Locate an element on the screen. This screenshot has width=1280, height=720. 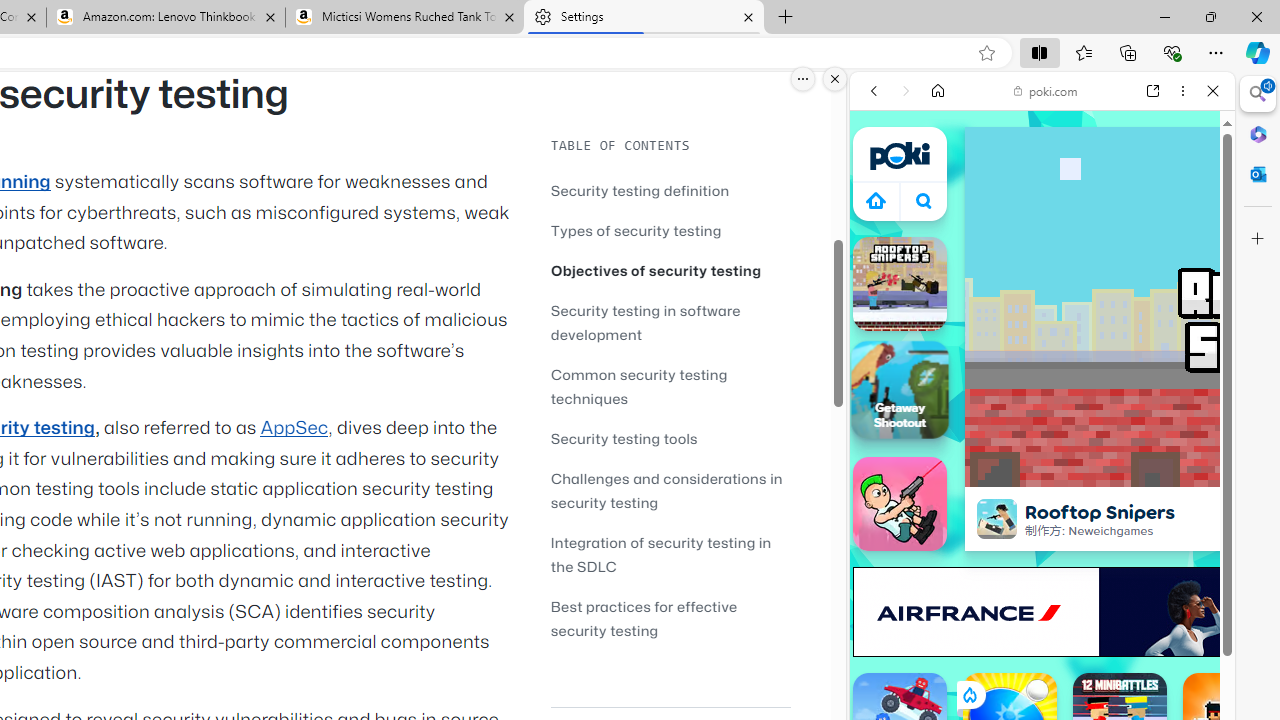
'Two Player Games' is located at coordinates (1041, 568).